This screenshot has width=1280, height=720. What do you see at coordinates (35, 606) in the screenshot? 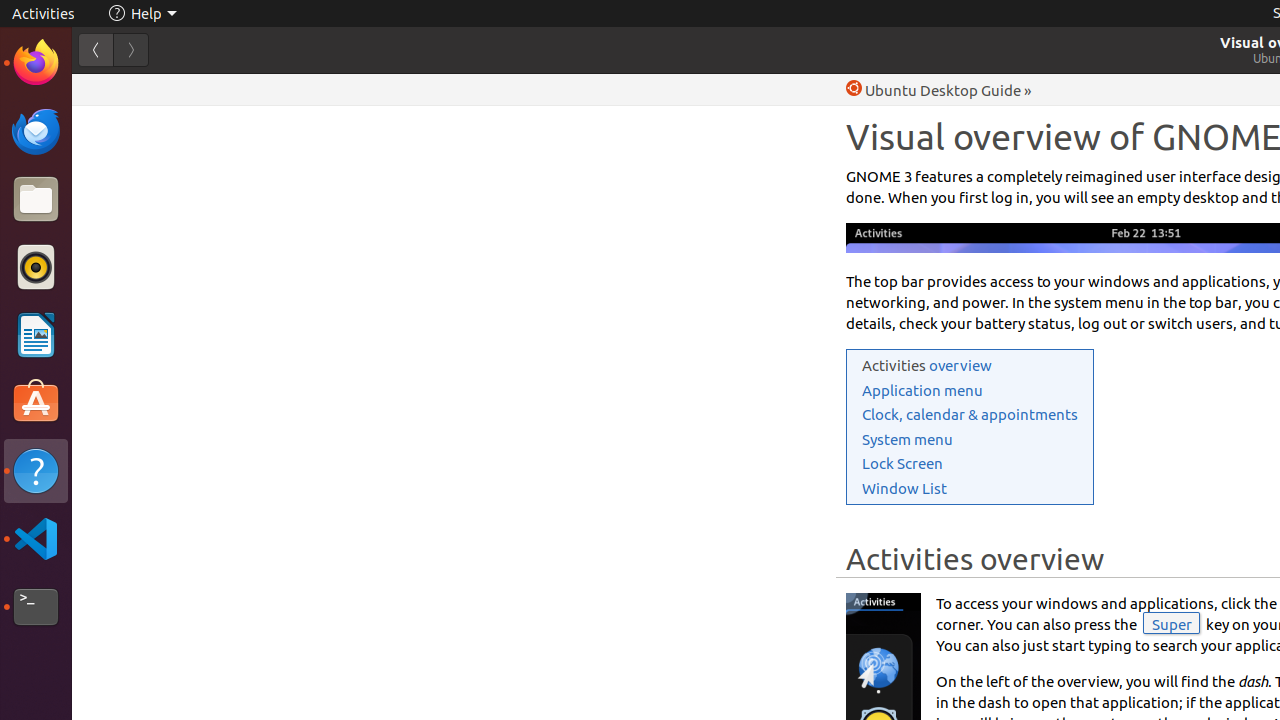
I see `'Terminal'` at bounding box center [35, 606].